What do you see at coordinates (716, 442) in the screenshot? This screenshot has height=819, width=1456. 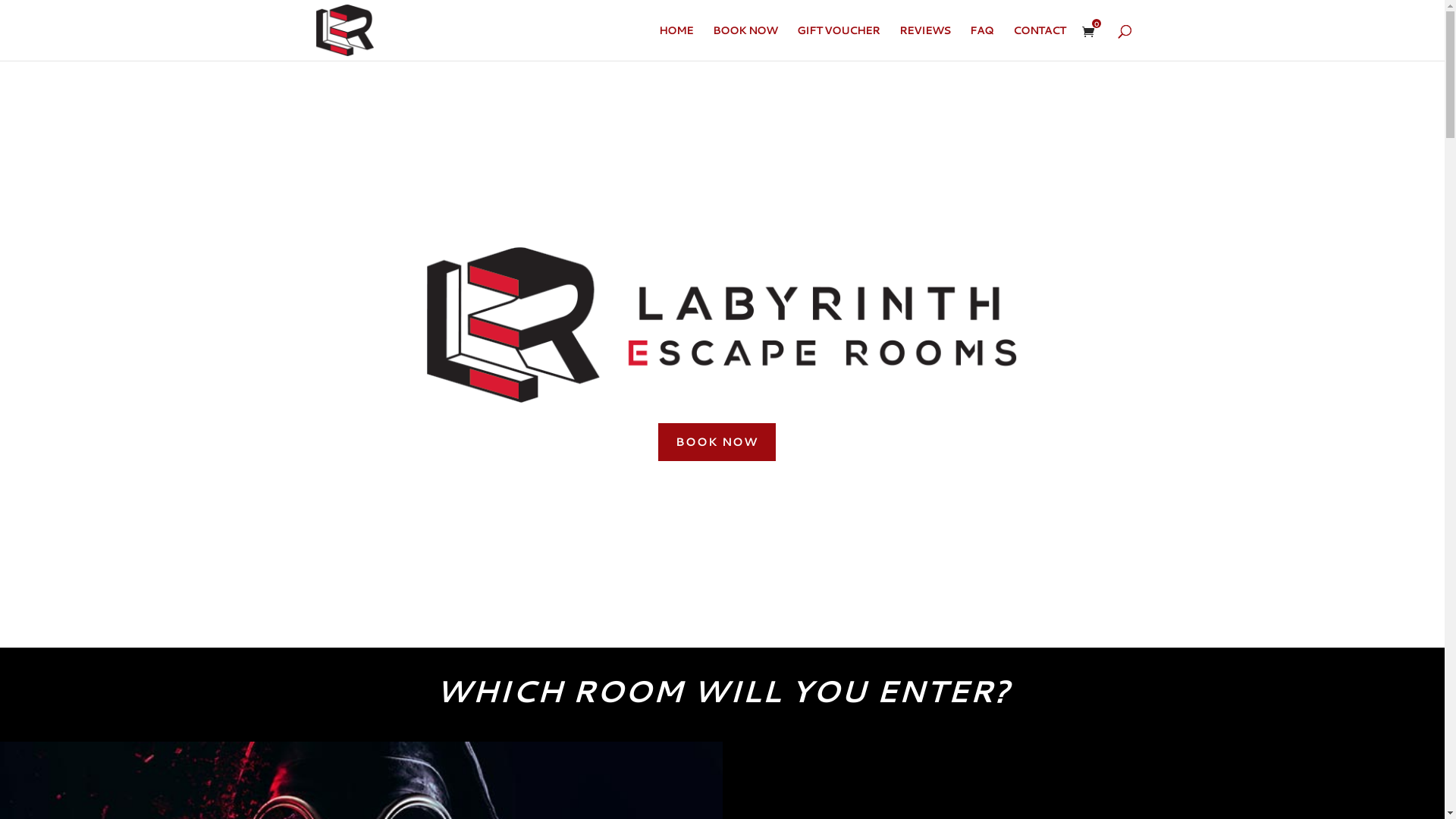 I see `'BOOK NOW'` at bounding box center [716, 442].